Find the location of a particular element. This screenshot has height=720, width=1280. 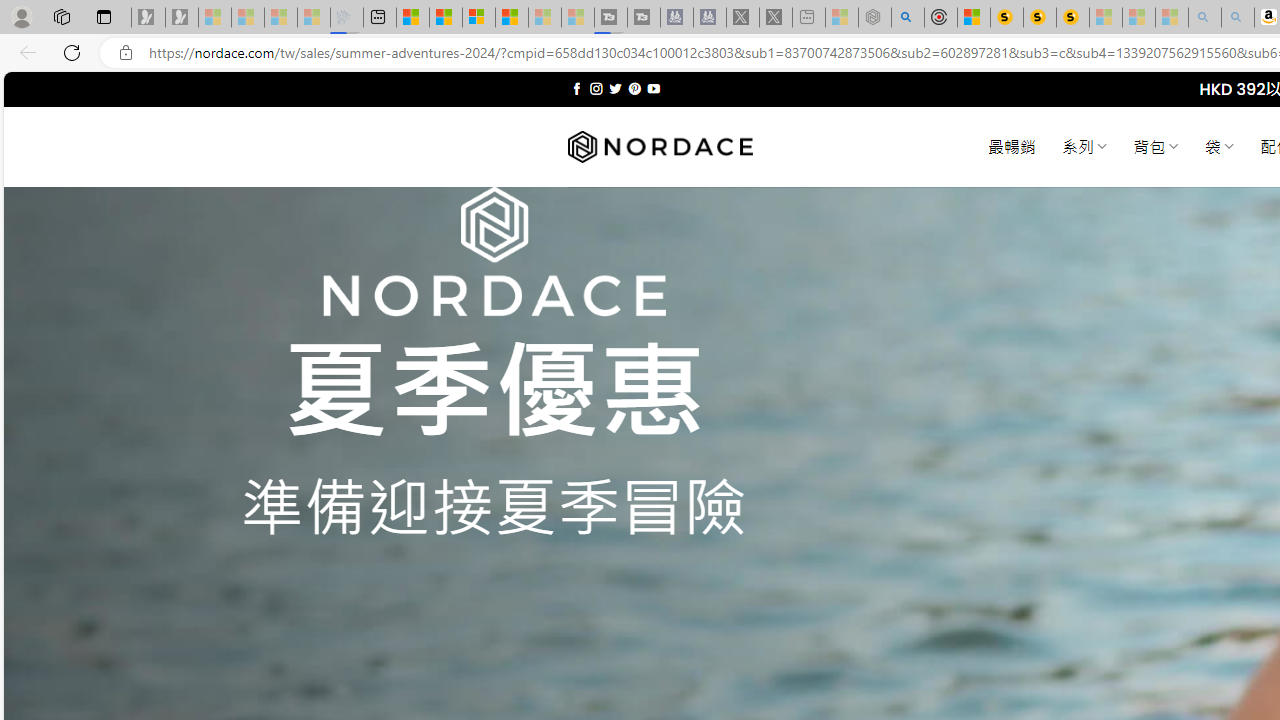

'Personal Profile' is located at coordinates (21, 16).